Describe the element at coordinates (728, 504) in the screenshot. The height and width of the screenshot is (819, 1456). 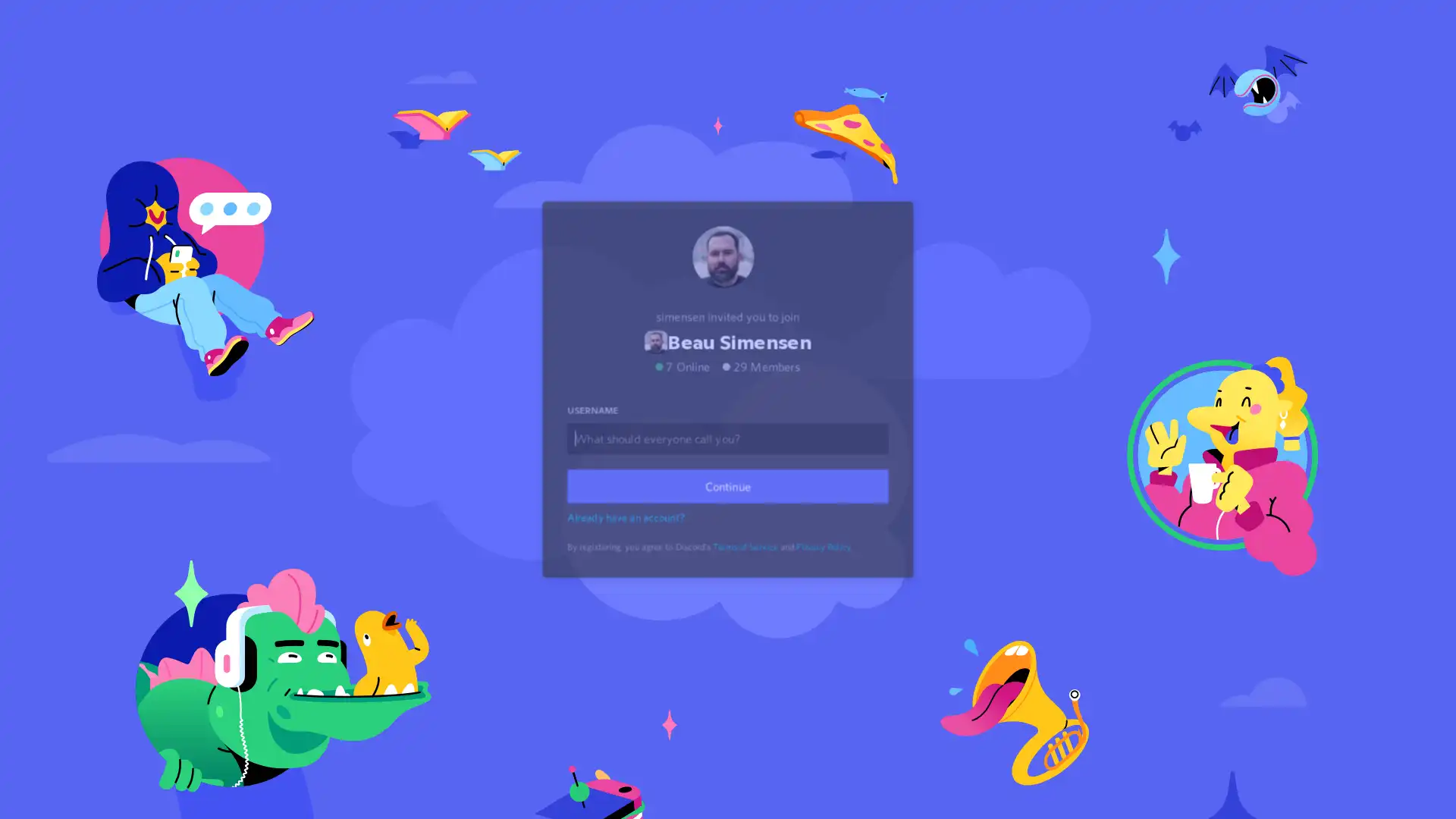
I see `Continue` at that location.